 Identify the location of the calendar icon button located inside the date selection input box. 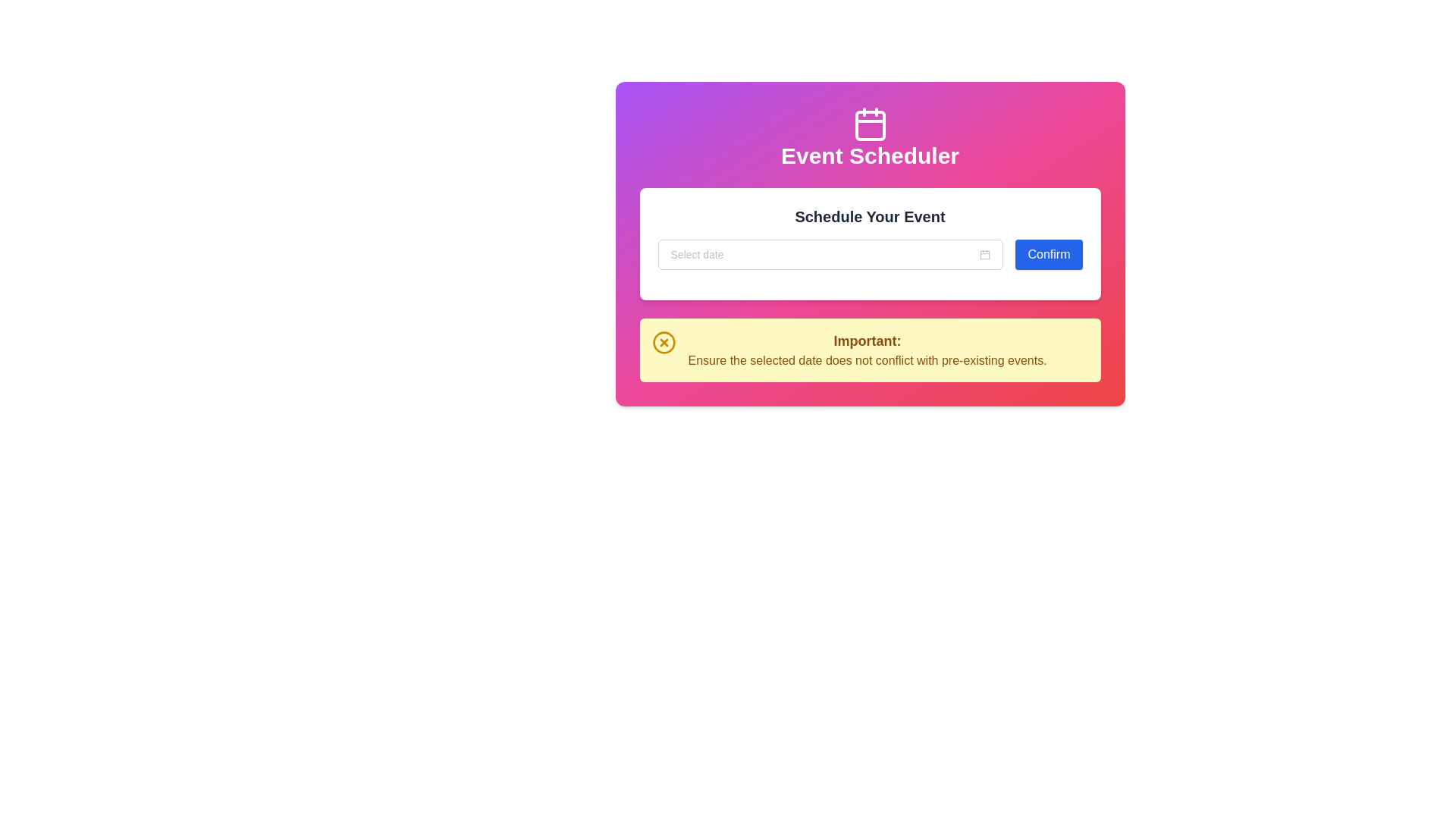
(985, 253).